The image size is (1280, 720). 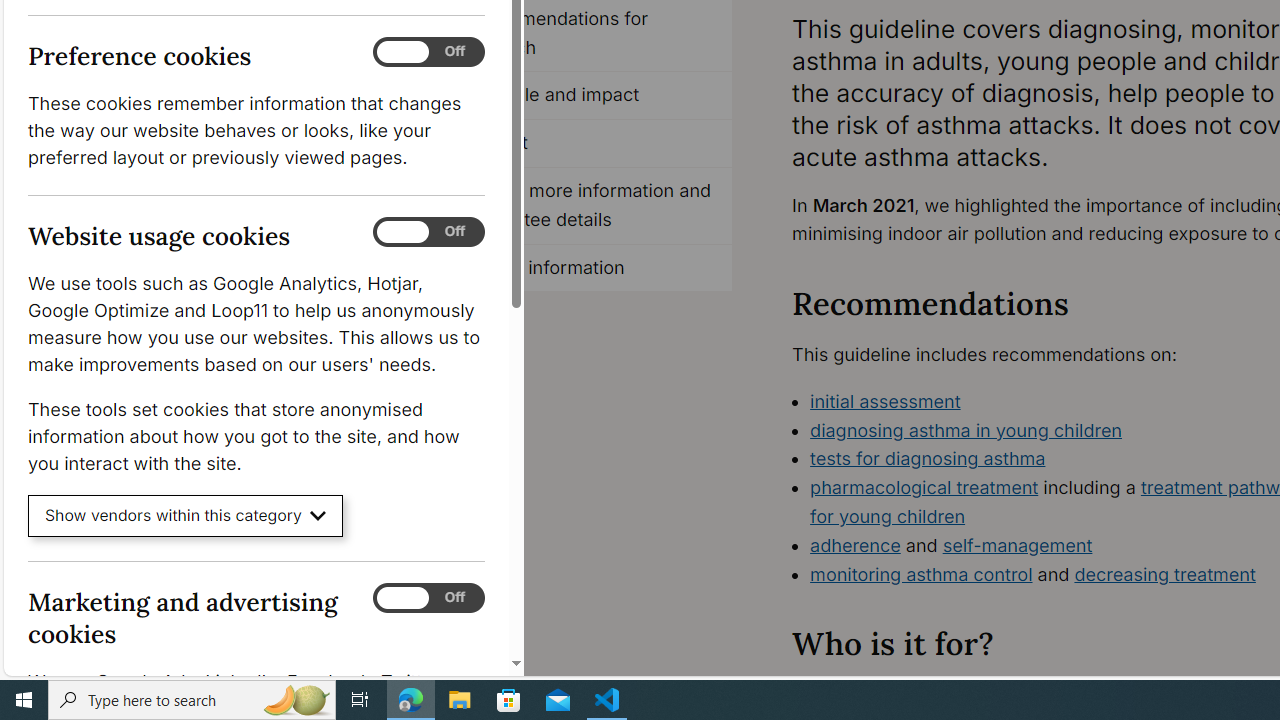 I want to click on 'decreasing treatment', so click(x=1164, y=573).